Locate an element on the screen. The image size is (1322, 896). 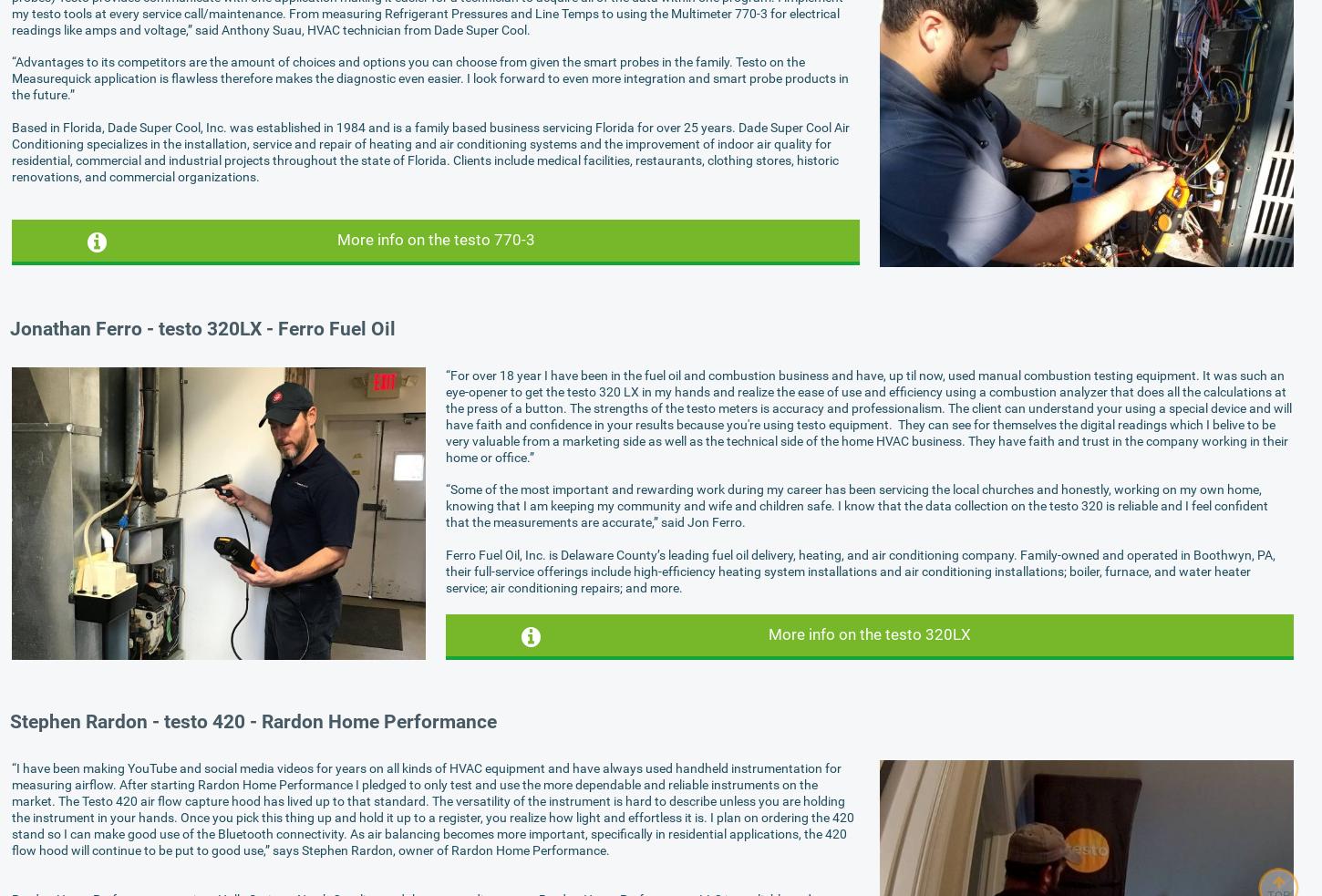
'More info on the testo 770-3' is located at coordinates (434, 238).